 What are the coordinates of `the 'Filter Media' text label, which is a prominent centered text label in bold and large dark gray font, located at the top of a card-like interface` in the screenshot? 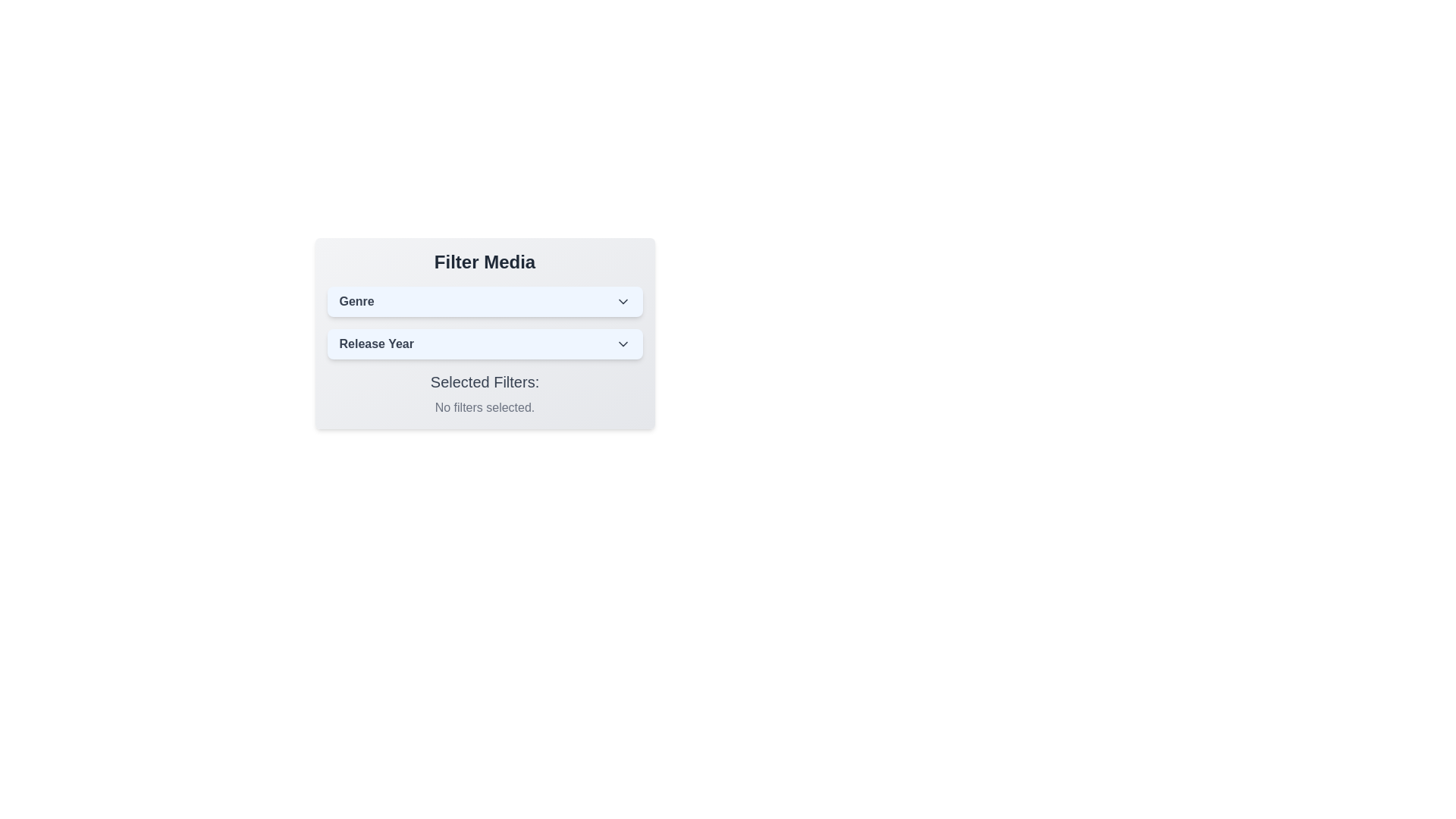 It's located at (484, 262).